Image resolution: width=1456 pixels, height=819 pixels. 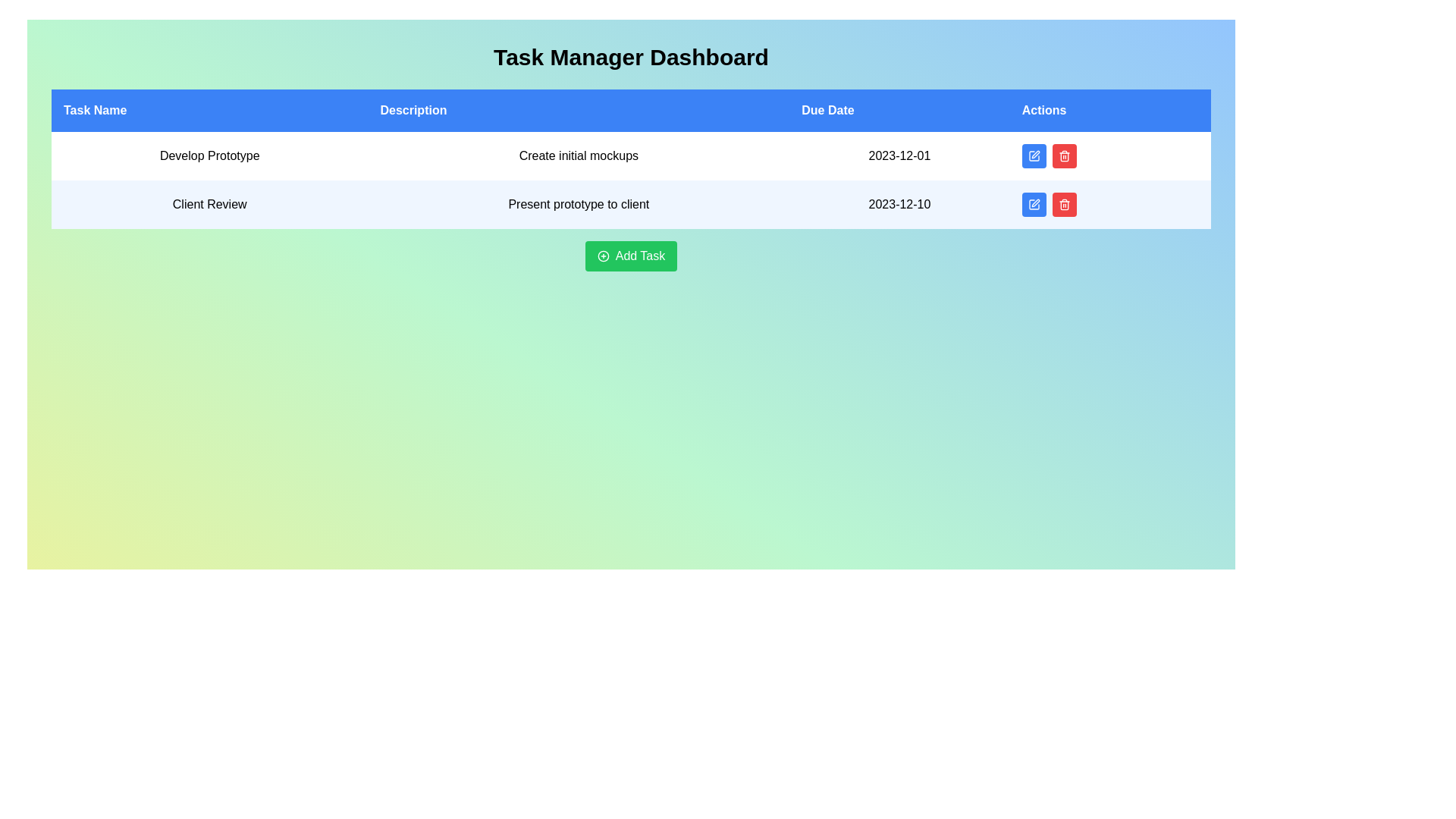 What do you see at coordinates (209, 155) in the screenshot?
I see `the table cell containing the text 'Develop Prototype', which is located in the first row and first column of a table structure, aligned under 'Task Name'` at bounding box center [209, 155].